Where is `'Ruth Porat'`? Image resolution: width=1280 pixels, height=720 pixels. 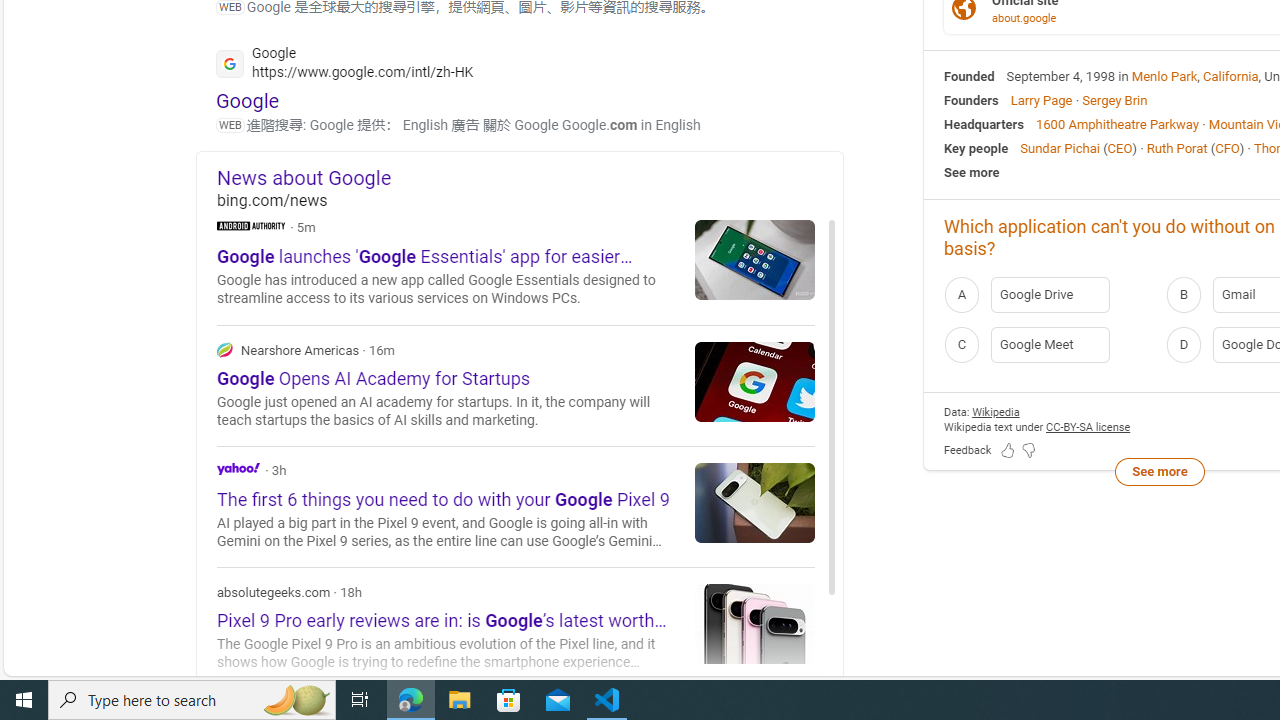 'Ruth Porat' is located at coordinates (1176, 146).